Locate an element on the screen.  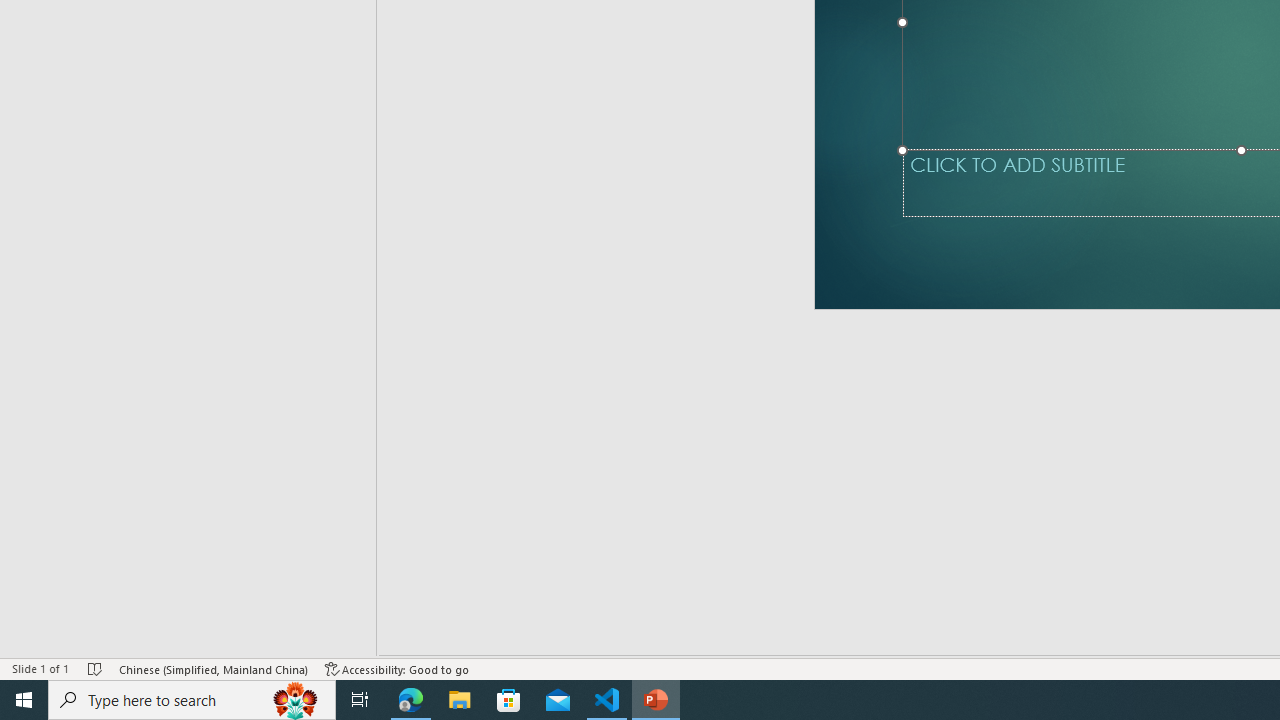
'File Explorer' is located at coordinates (459, 698).